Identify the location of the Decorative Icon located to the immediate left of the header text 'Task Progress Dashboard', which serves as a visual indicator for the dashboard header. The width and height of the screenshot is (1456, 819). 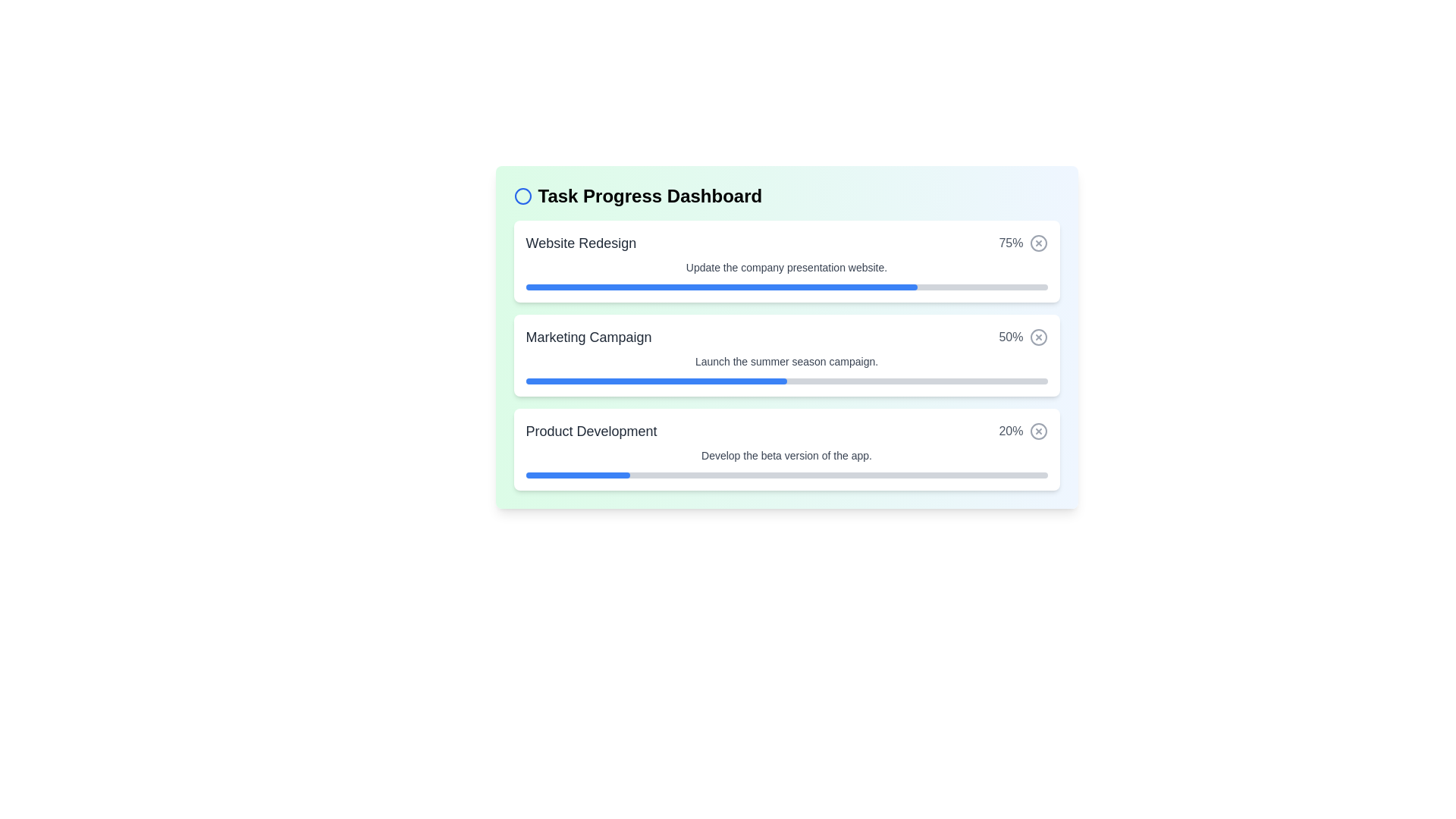
(522, 195).